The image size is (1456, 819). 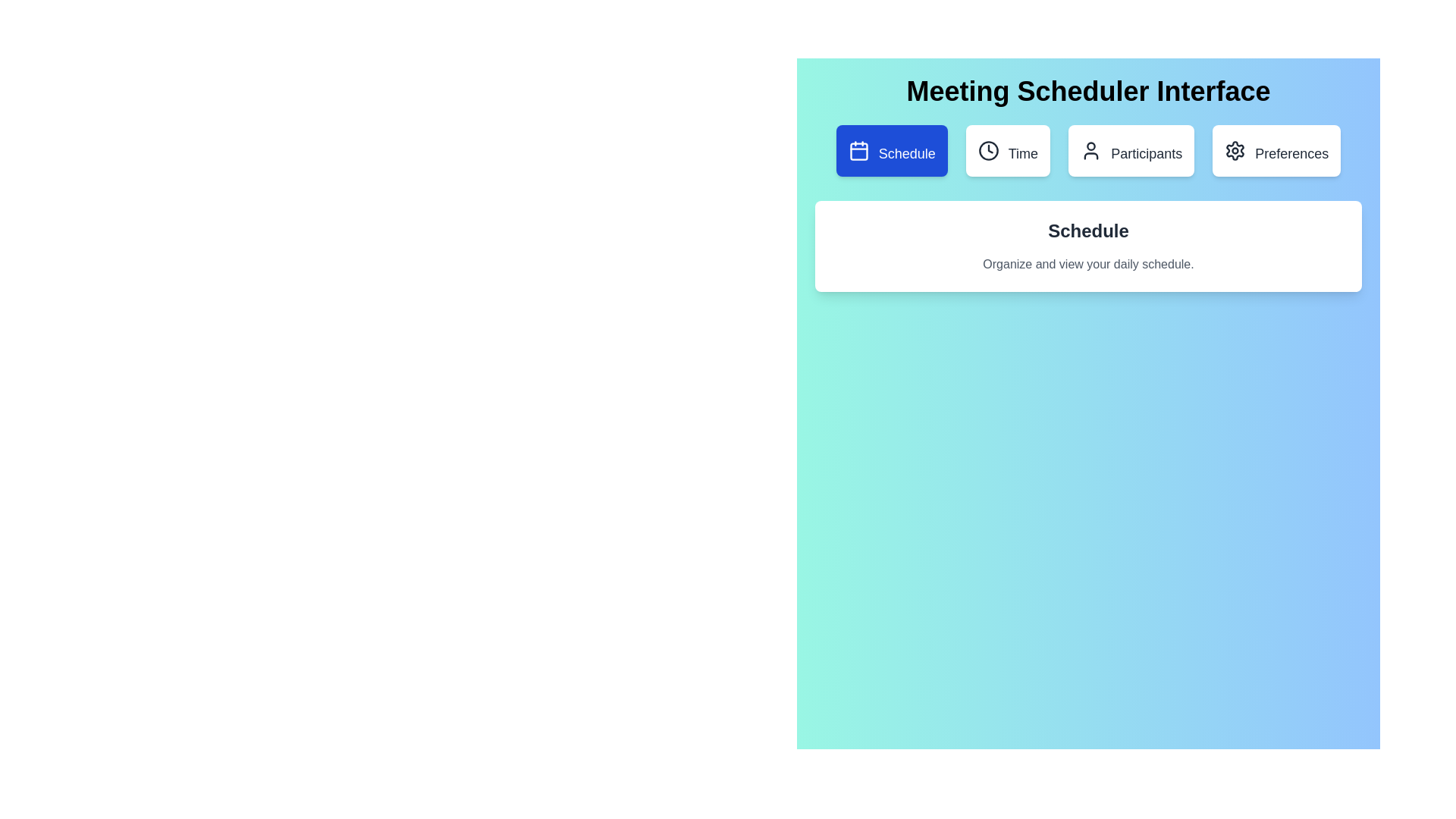 What do you see at coordinates (1008, 151) in the screenshot?
I see `the white rectangular button labeled 'Time', which contains a clock icon on the left and is positioned below the 'Meeting Scheduler Interface' heading, to observe its hover effects` at bounding box center [1008, 151].